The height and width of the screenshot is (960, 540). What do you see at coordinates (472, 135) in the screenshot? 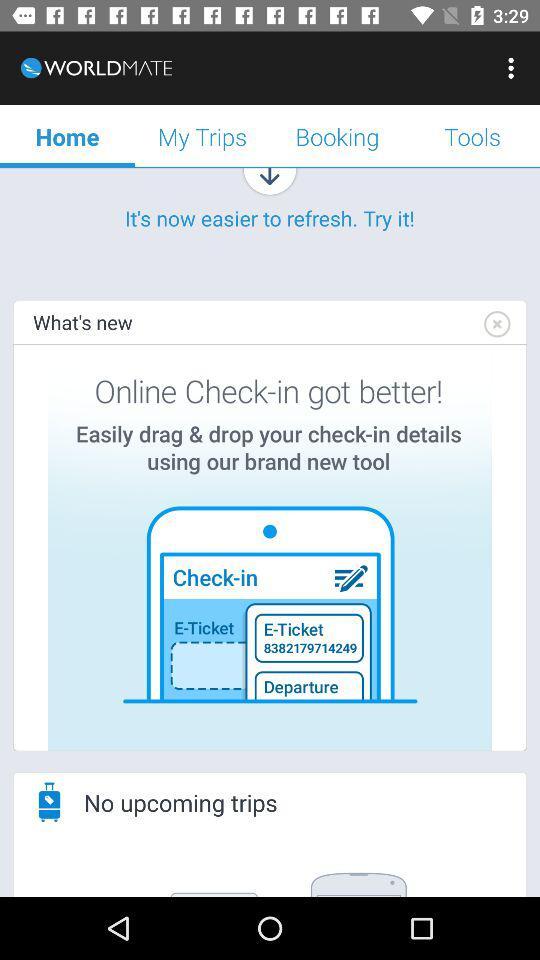
I see `the item next to booking` at bounding box center [472, 135].